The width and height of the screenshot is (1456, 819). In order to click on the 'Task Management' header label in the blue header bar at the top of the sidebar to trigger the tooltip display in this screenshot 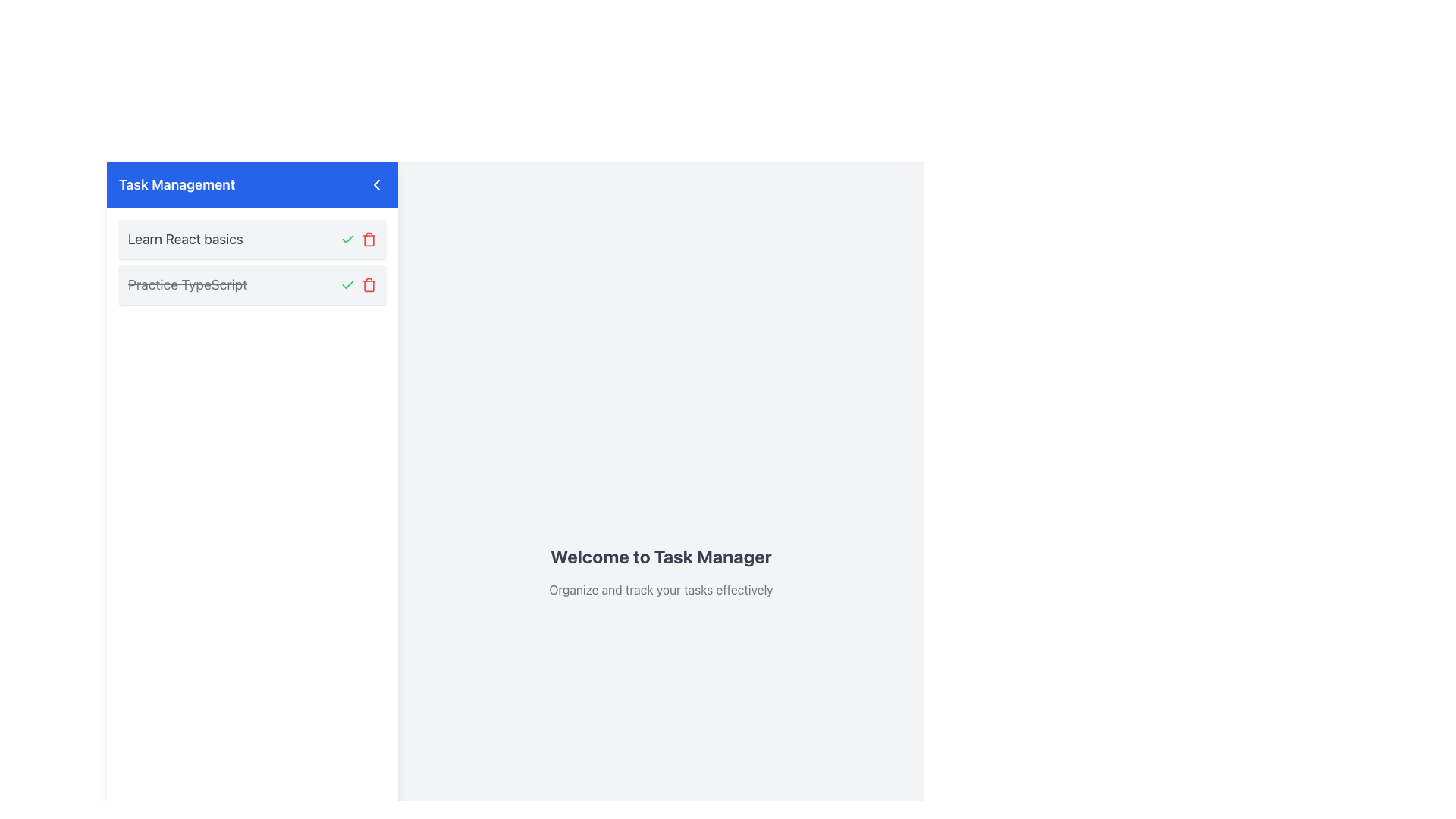, I will do `click(177, 184)`.